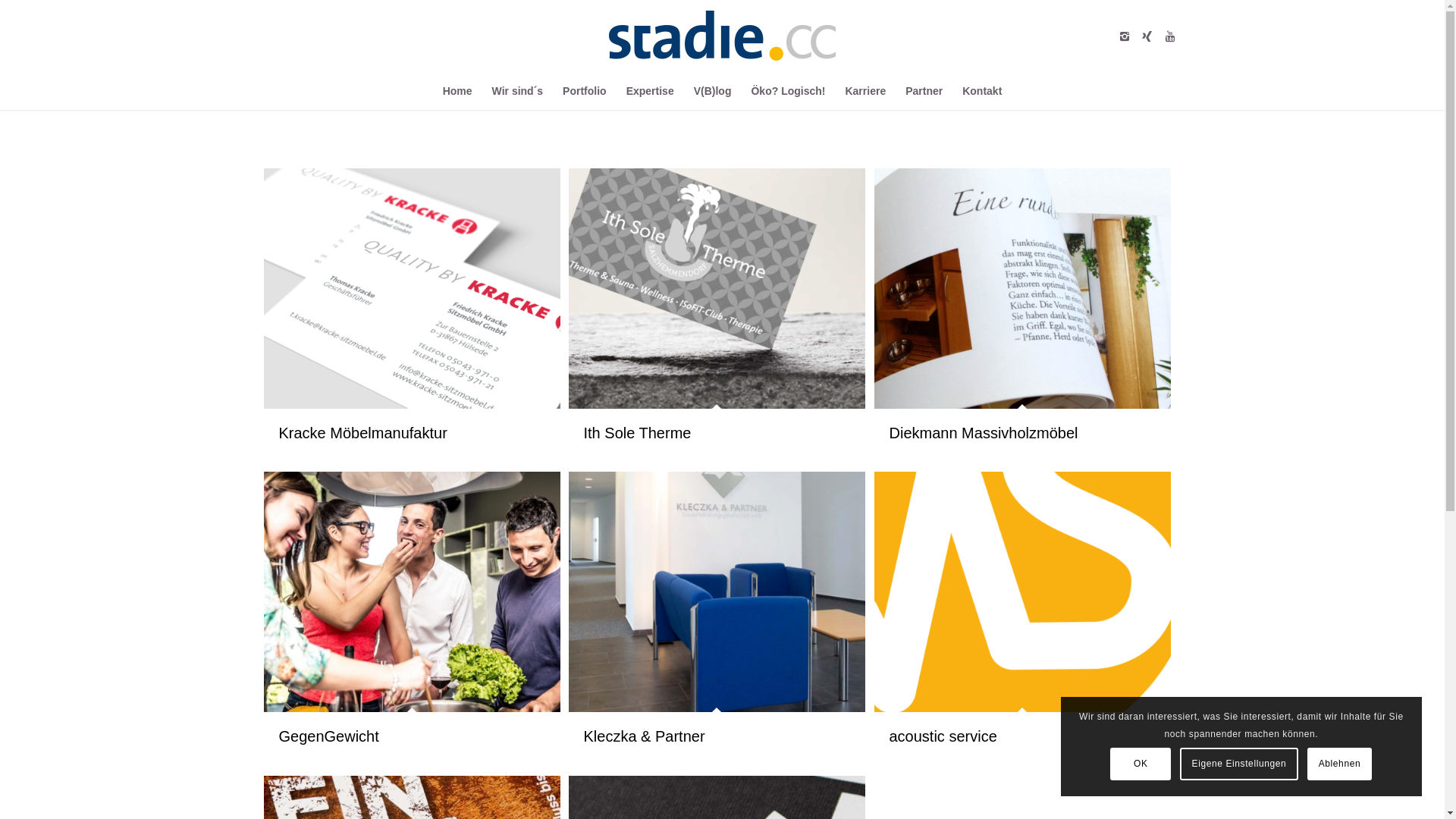 The width and height of the screenshot is (1456, 819). Describe the element at coordinates (716, 288) in the screenshot. I see `'Ith Sole Therme'` at that location.